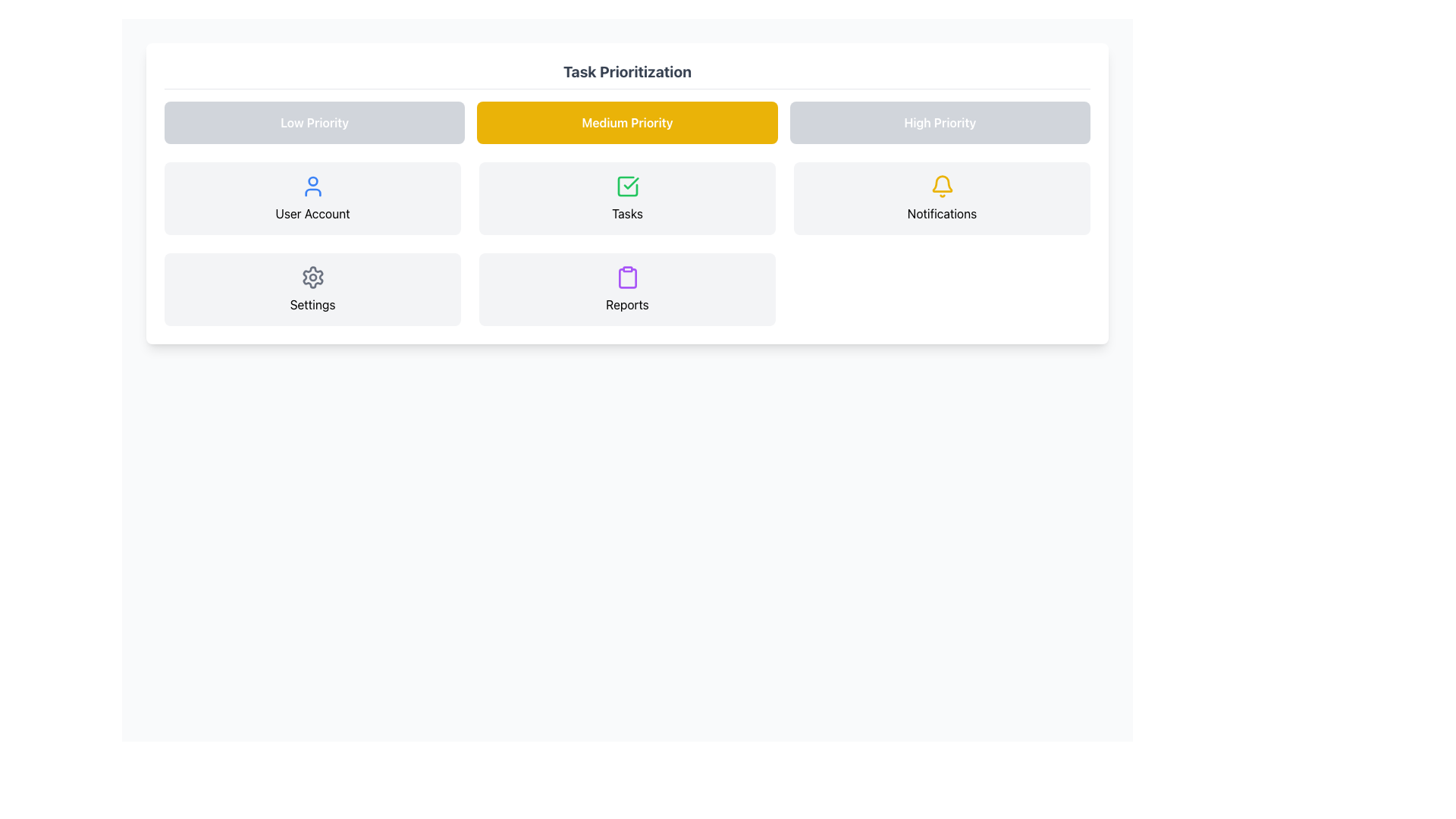  What do you see at coordinates (941, 213) in the screenshot?
I see `the 'Notifications' text label which is a medium-sized, dark font located below the yellow notification bell icon in the top-right cell of the grid` at bounding box center [941, 213].